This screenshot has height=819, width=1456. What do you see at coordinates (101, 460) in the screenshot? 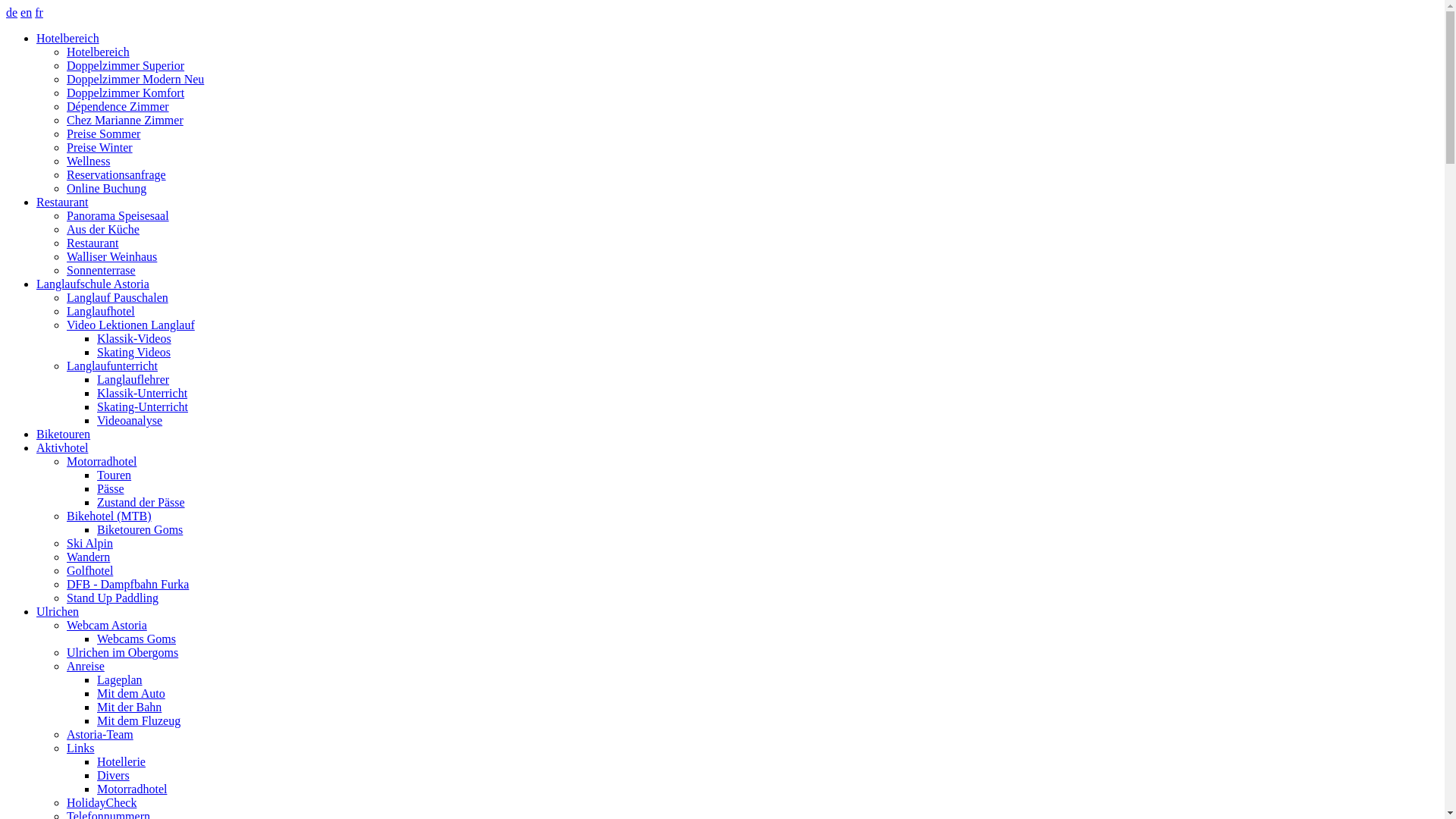
I see `'Motorradhotel'` at bounding box center [101, 460].